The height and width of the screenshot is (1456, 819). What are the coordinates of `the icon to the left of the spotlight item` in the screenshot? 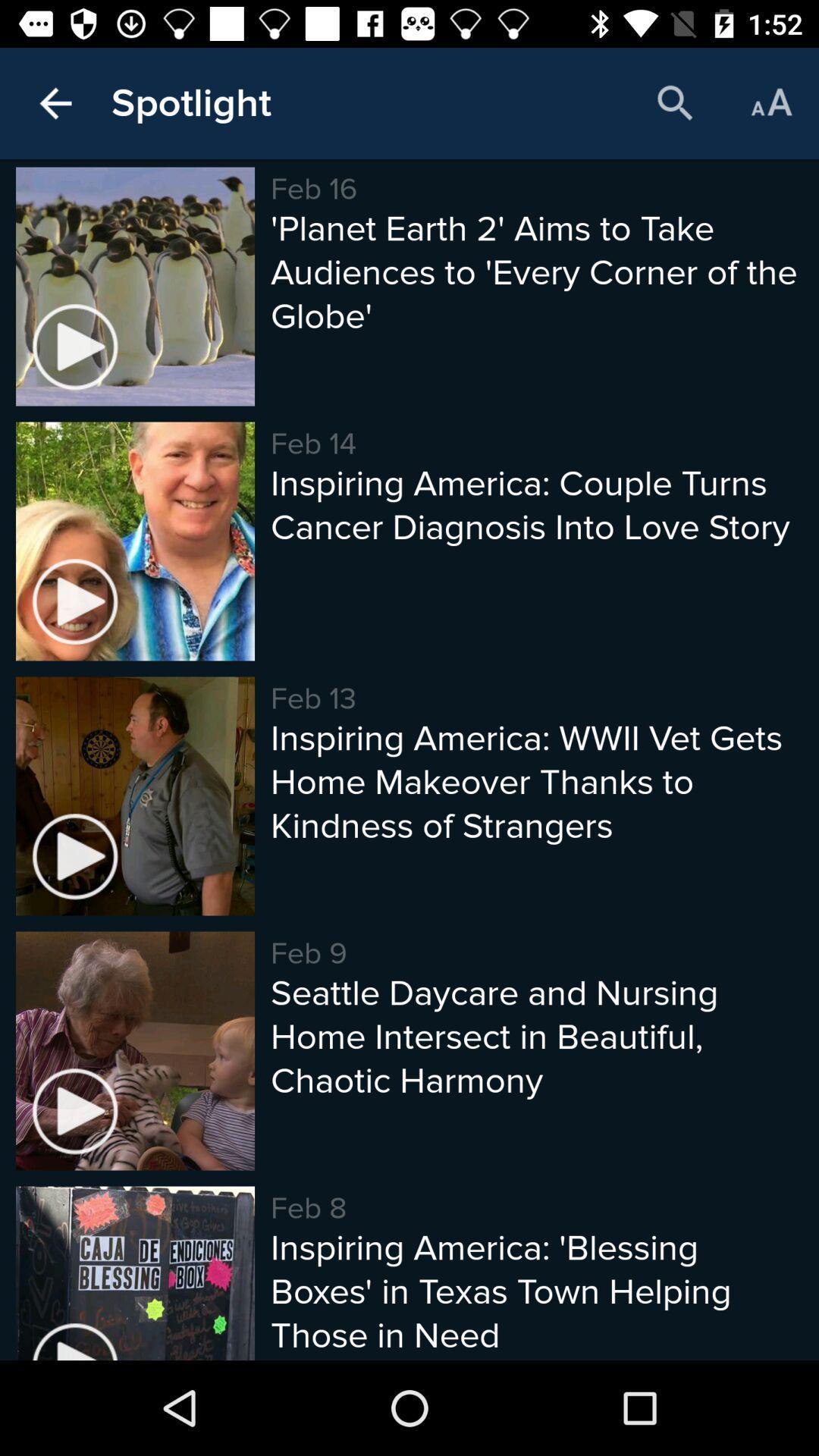 It's located at (55, 102).